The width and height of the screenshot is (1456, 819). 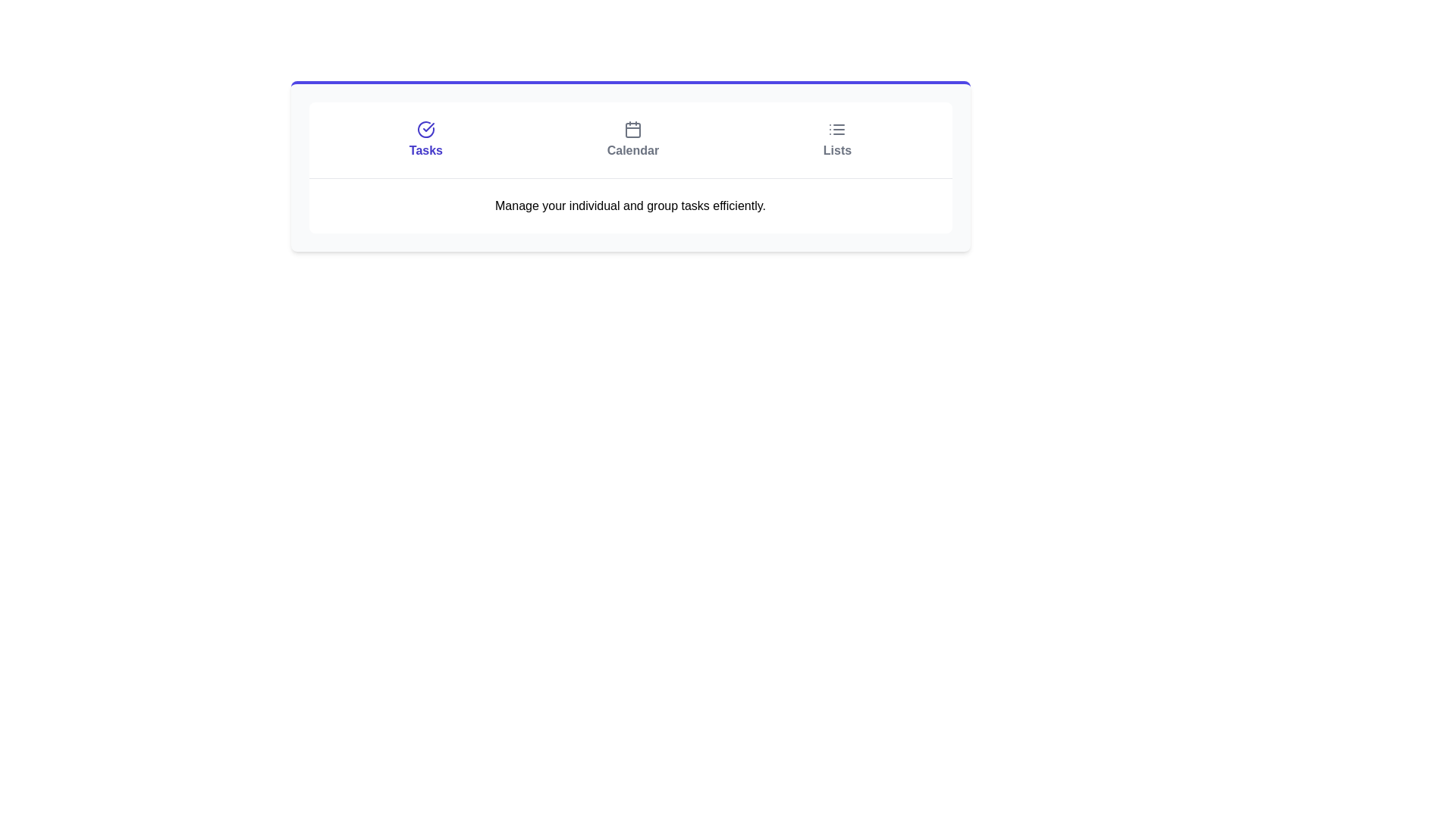 I want to click on the 'Calendar' text label, which is in bold font and located beneath the calendar icon in the navigation section, centered between 'Tasks' and 'Lists', so click(x=632, y=151).